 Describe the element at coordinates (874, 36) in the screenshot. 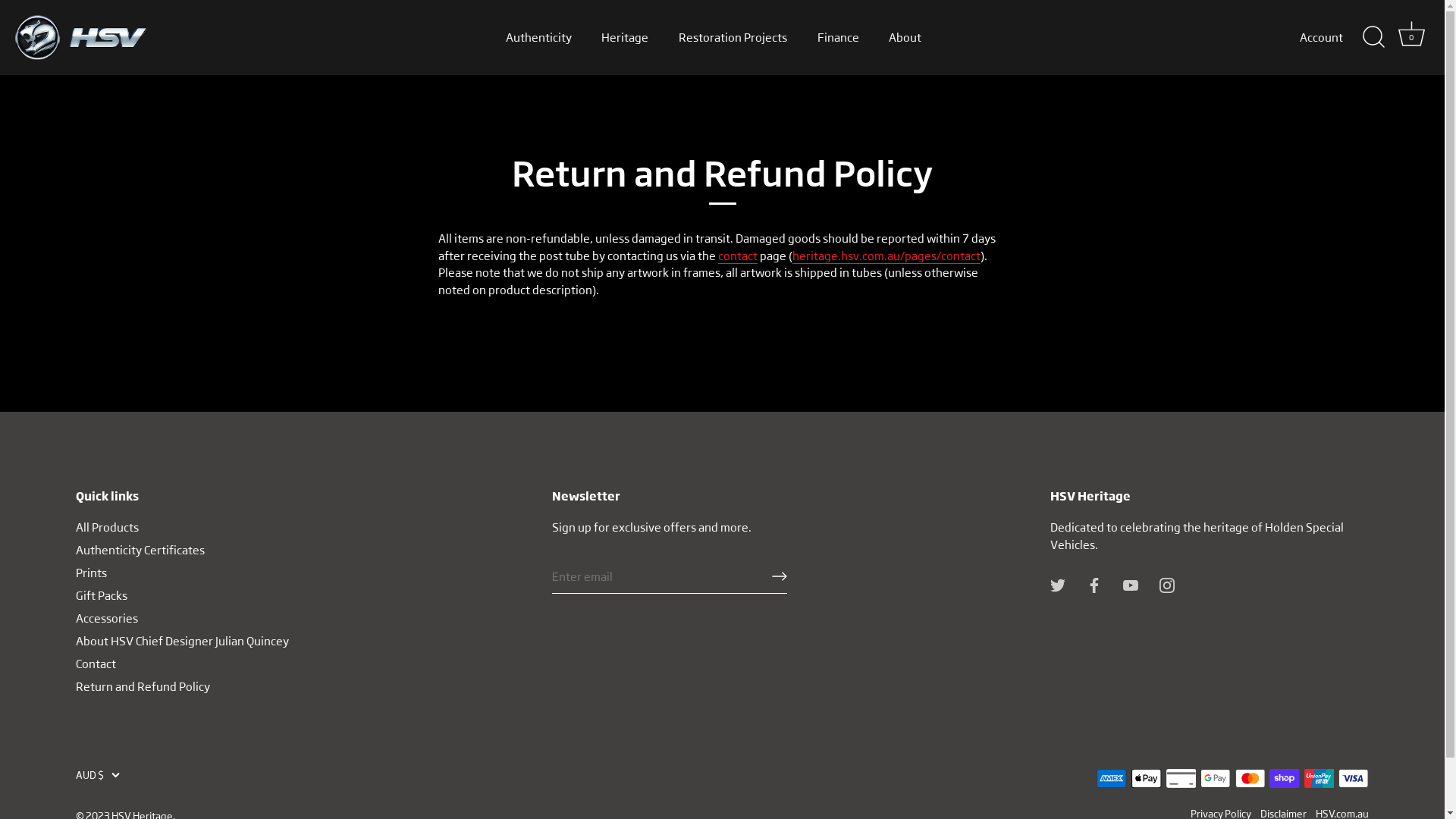

I see `'About'` at that location.